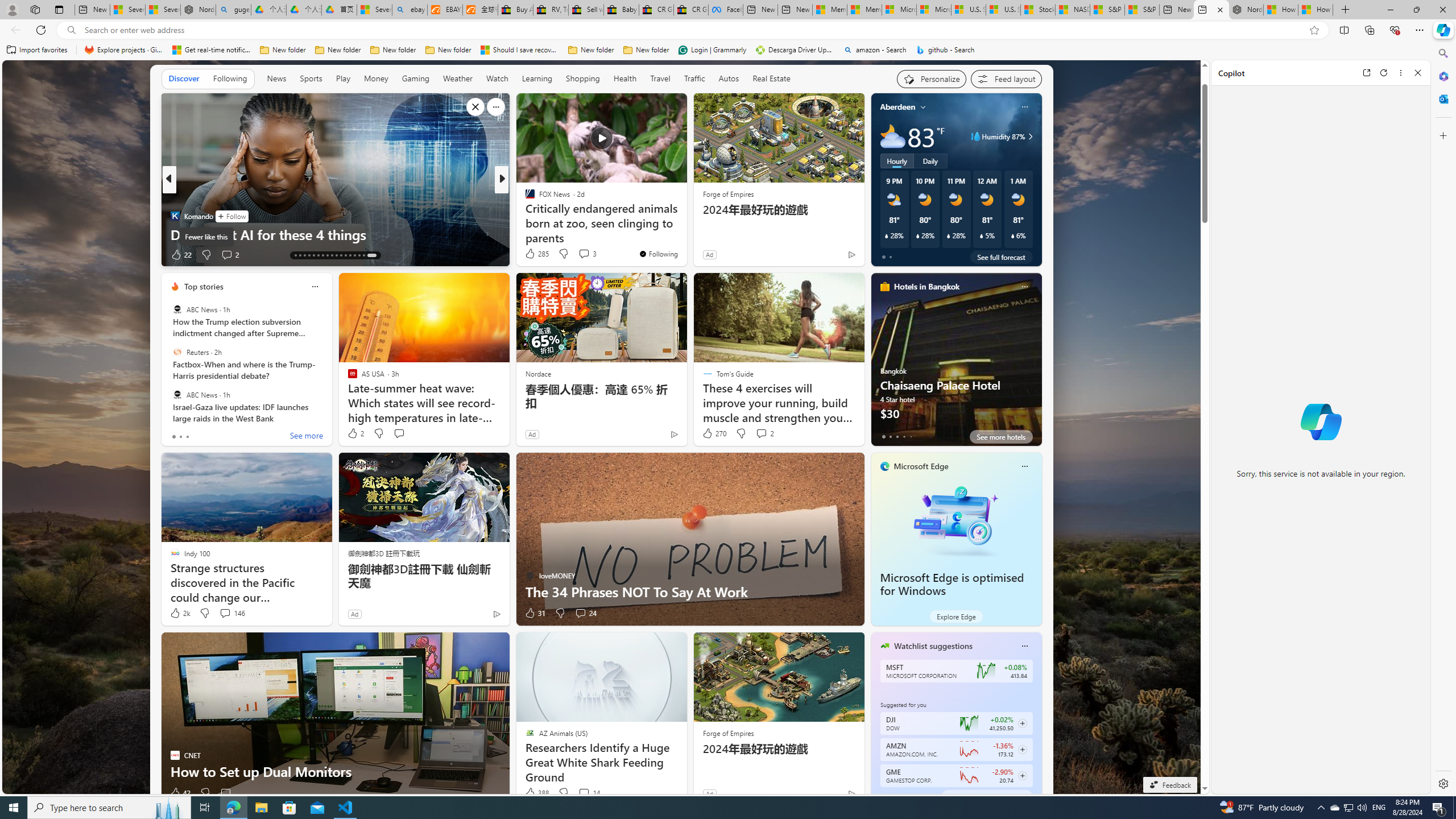  I want to click on 'Should I save recovered Word documents? - Microsoft Support', so click(519, 49).